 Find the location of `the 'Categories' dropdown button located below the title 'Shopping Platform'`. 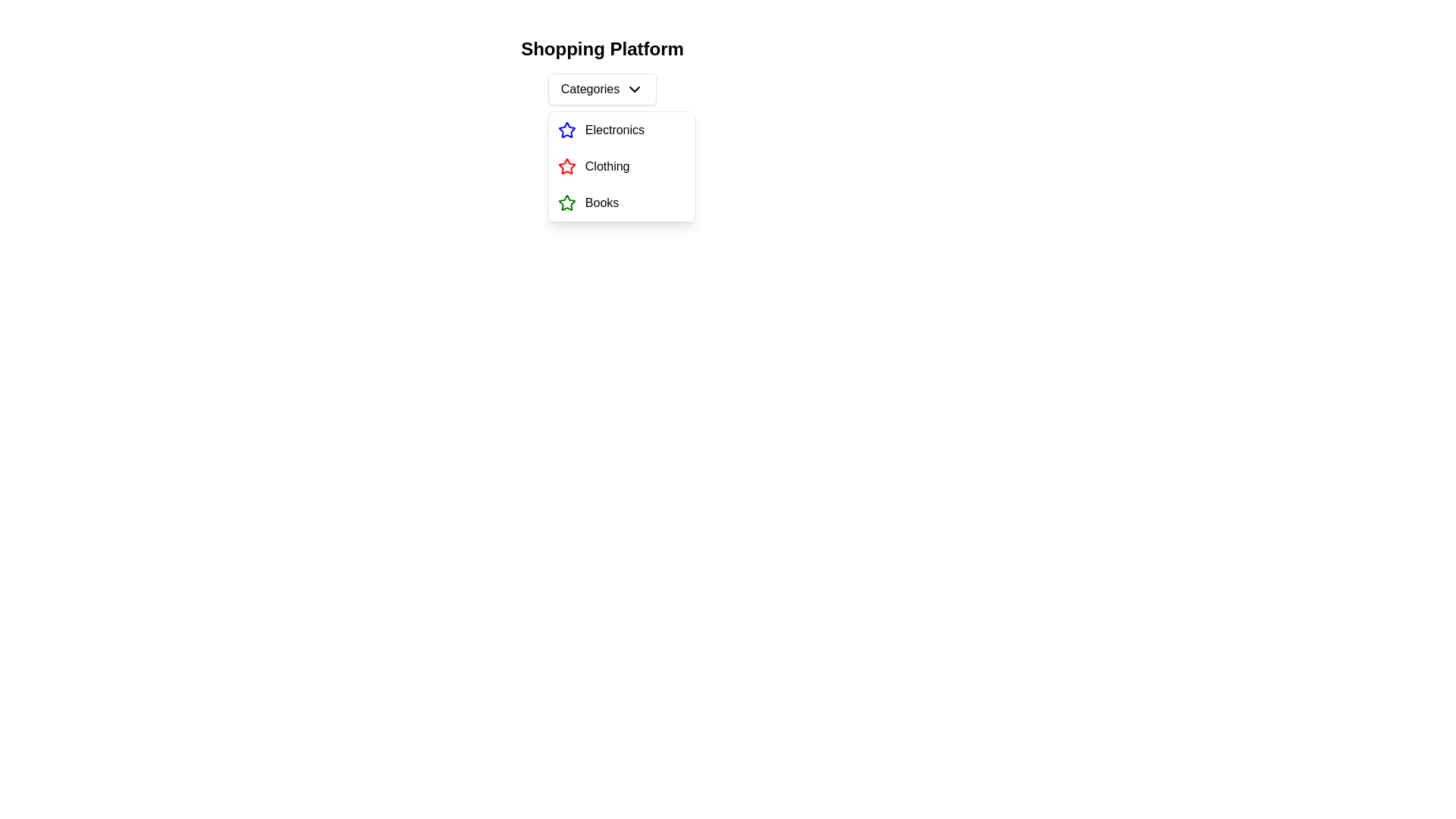

the 'Categories' dropdown button located below the title 'Shopping Platform' is located at coordinates (601, 89).